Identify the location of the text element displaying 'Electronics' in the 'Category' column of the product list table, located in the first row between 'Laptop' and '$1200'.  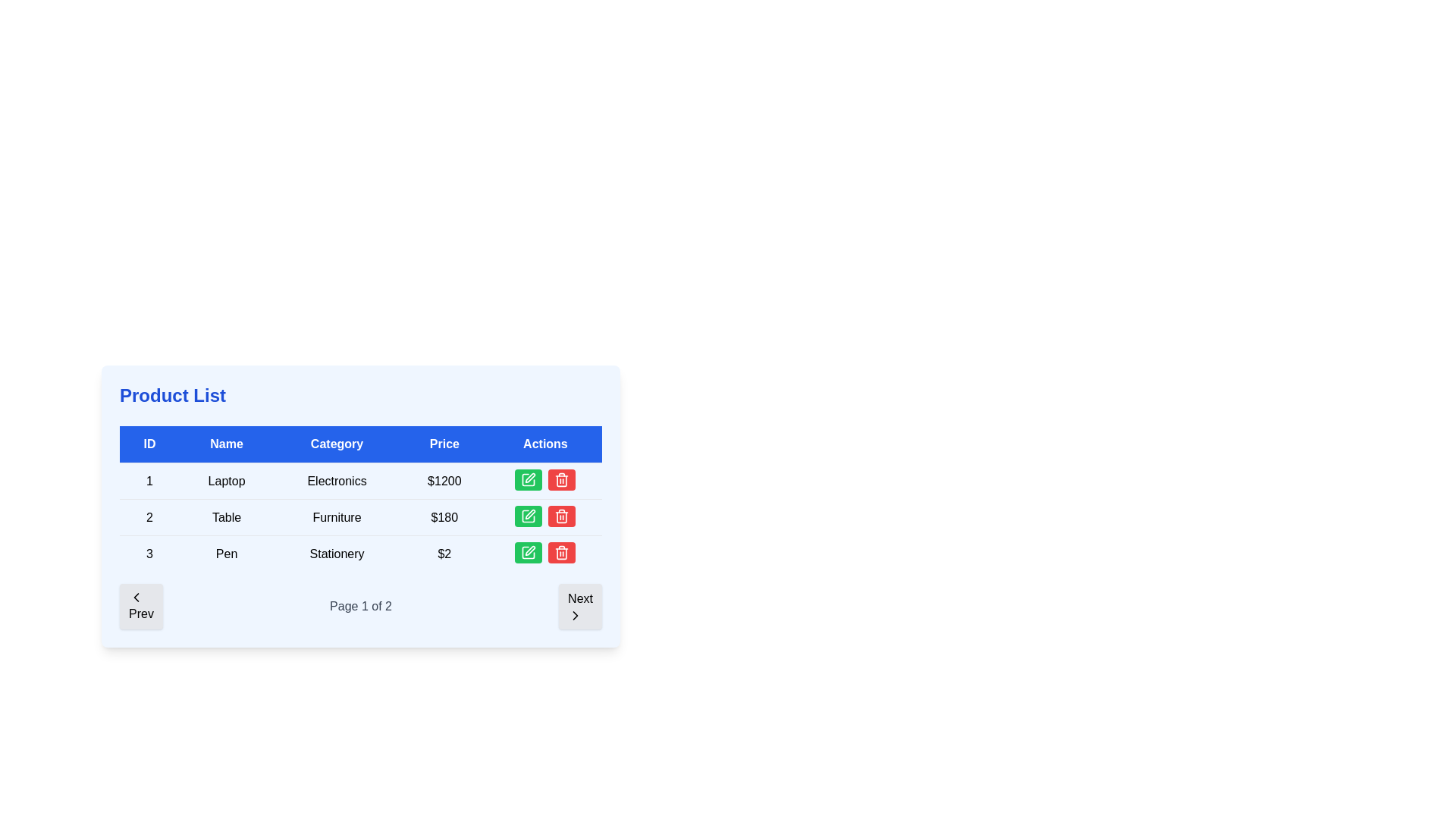
(336, 481).